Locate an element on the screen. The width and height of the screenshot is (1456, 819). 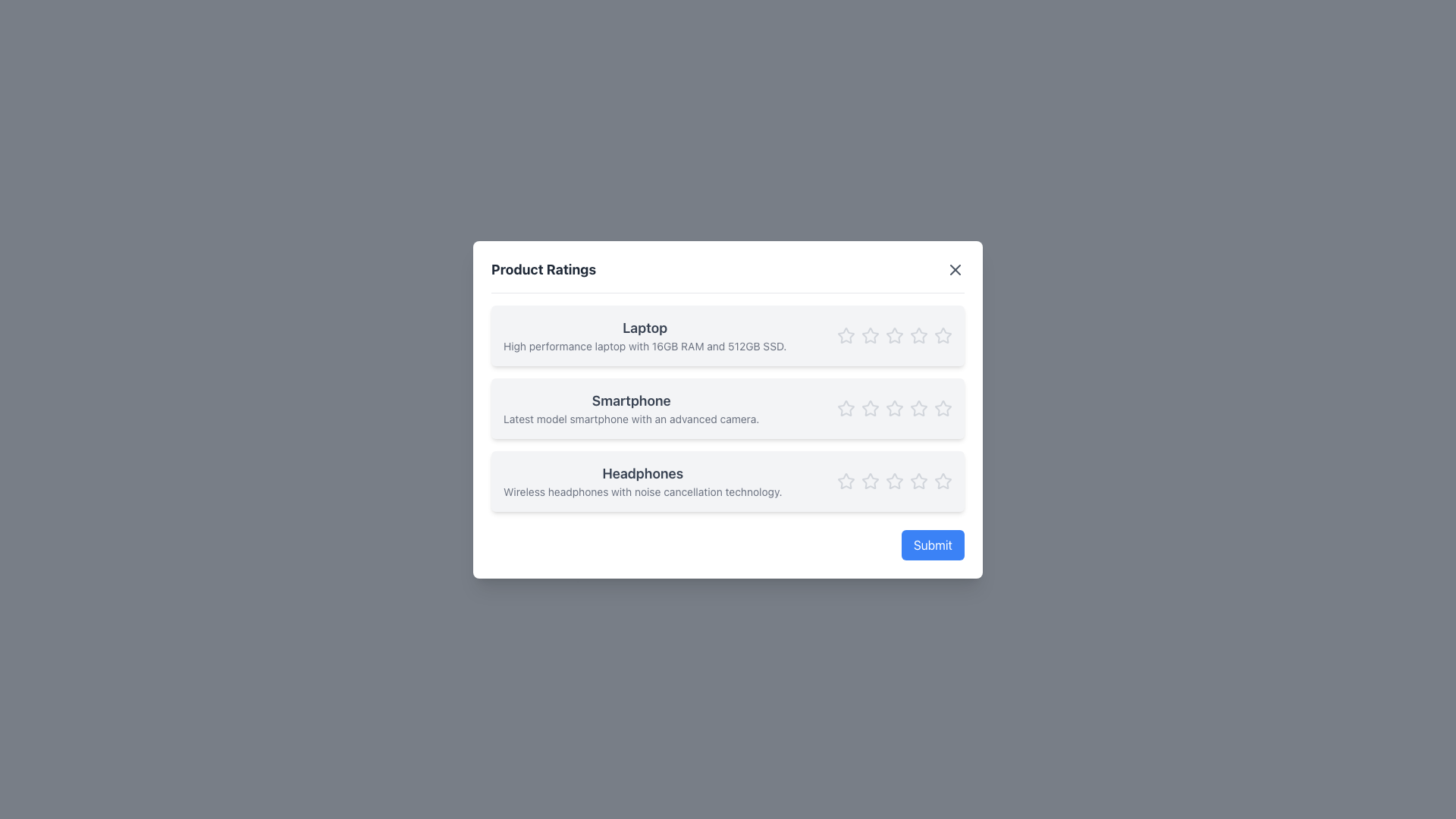
the fifth star-shaped rating icon located on the right-hand side of the 'Headphones' section to give a rating is located at coordinates (942, 481).